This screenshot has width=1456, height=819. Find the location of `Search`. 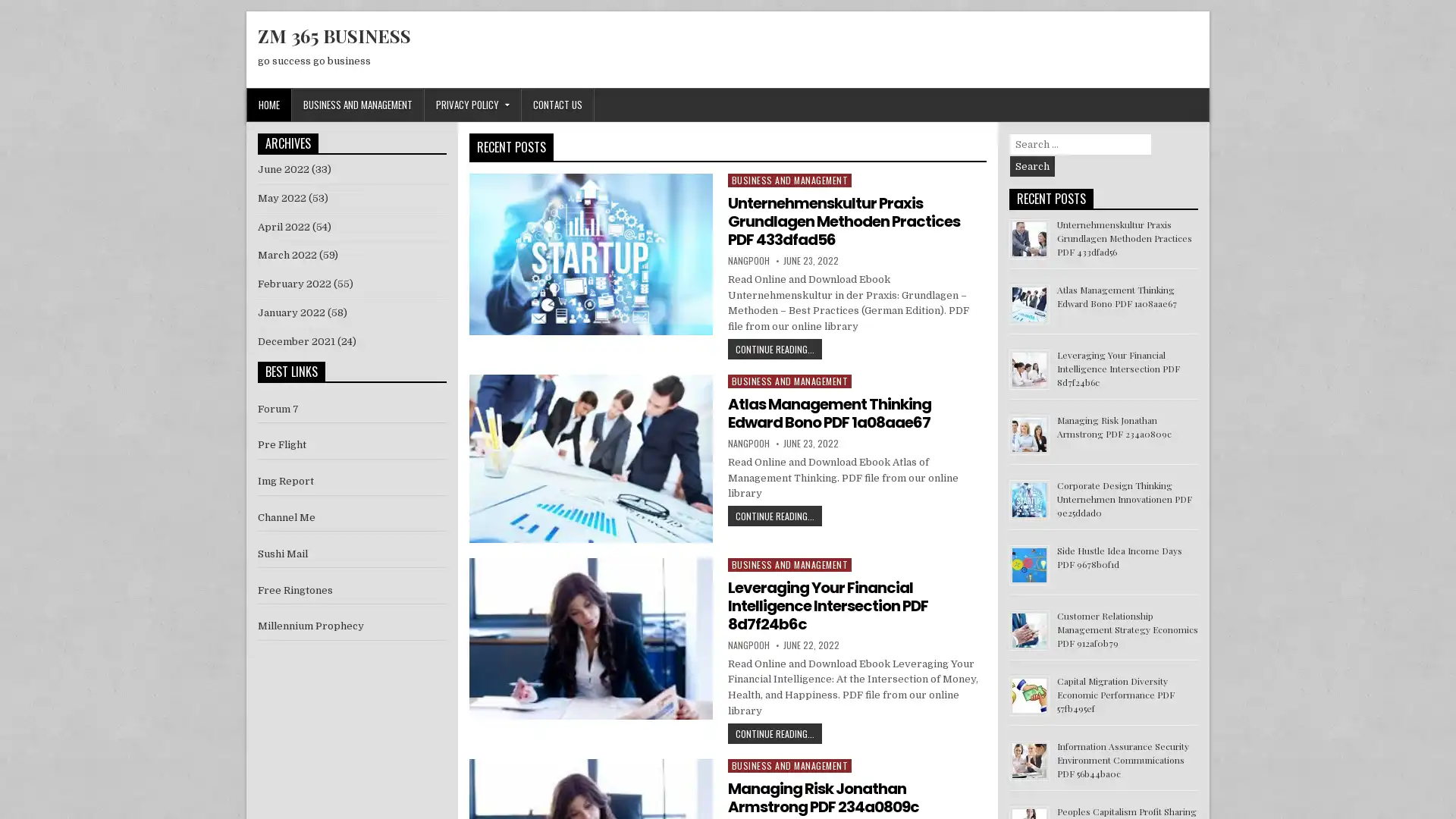

Search is located at coordinates (1031, 166).